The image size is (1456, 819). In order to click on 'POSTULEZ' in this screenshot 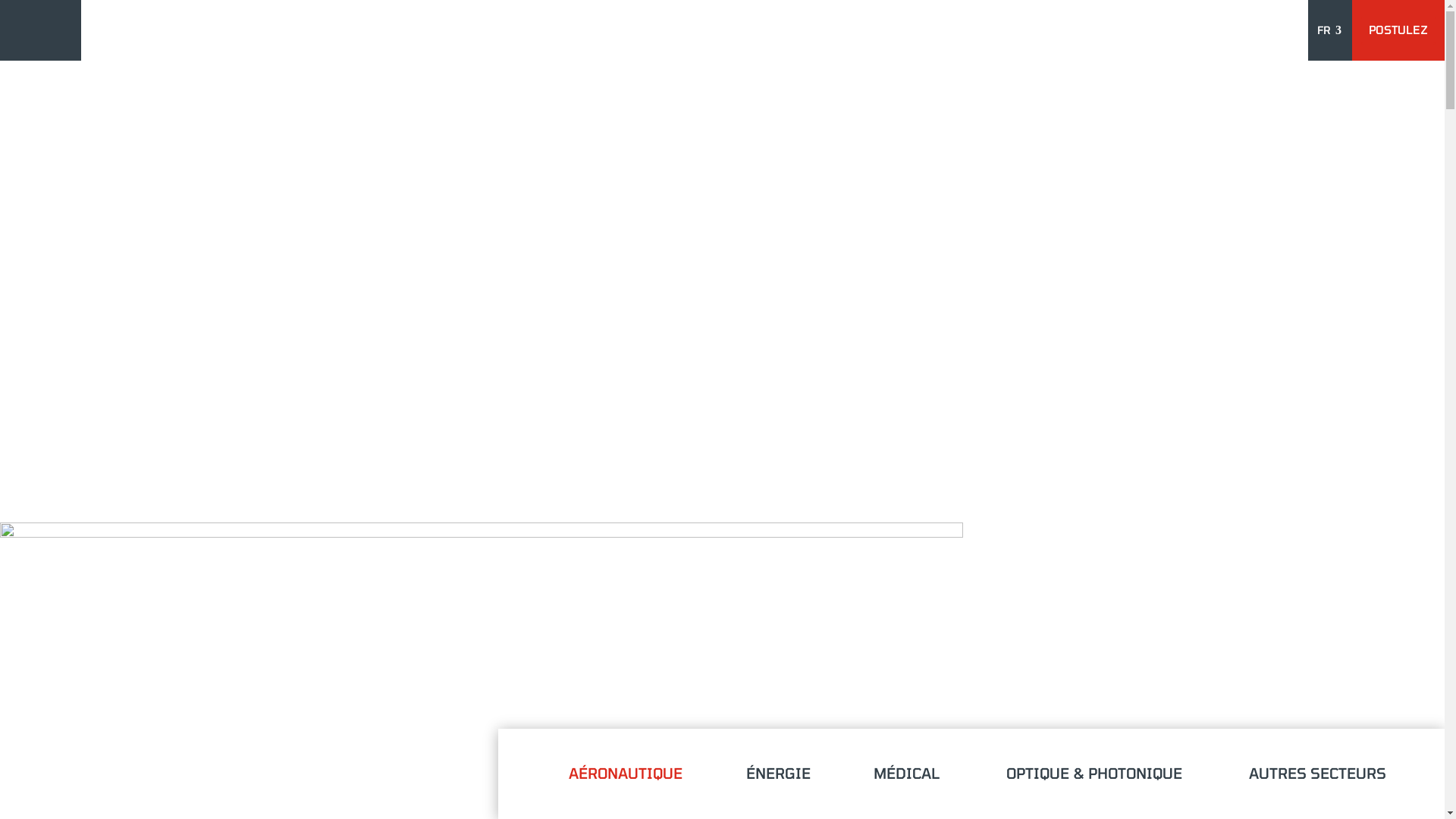, I will do `click(1361, 30)`.